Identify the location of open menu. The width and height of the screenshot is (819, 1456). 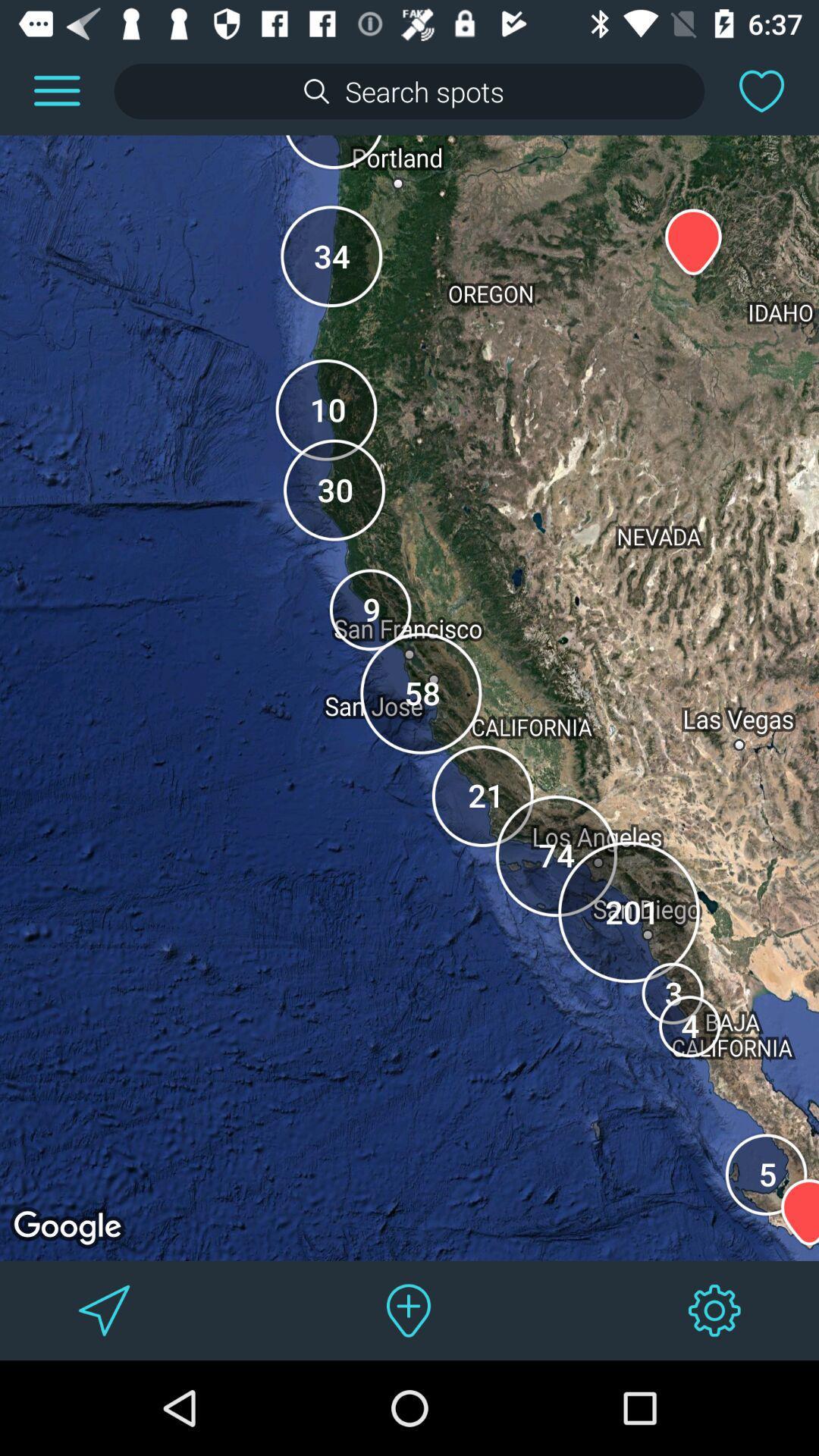
(56, 90).